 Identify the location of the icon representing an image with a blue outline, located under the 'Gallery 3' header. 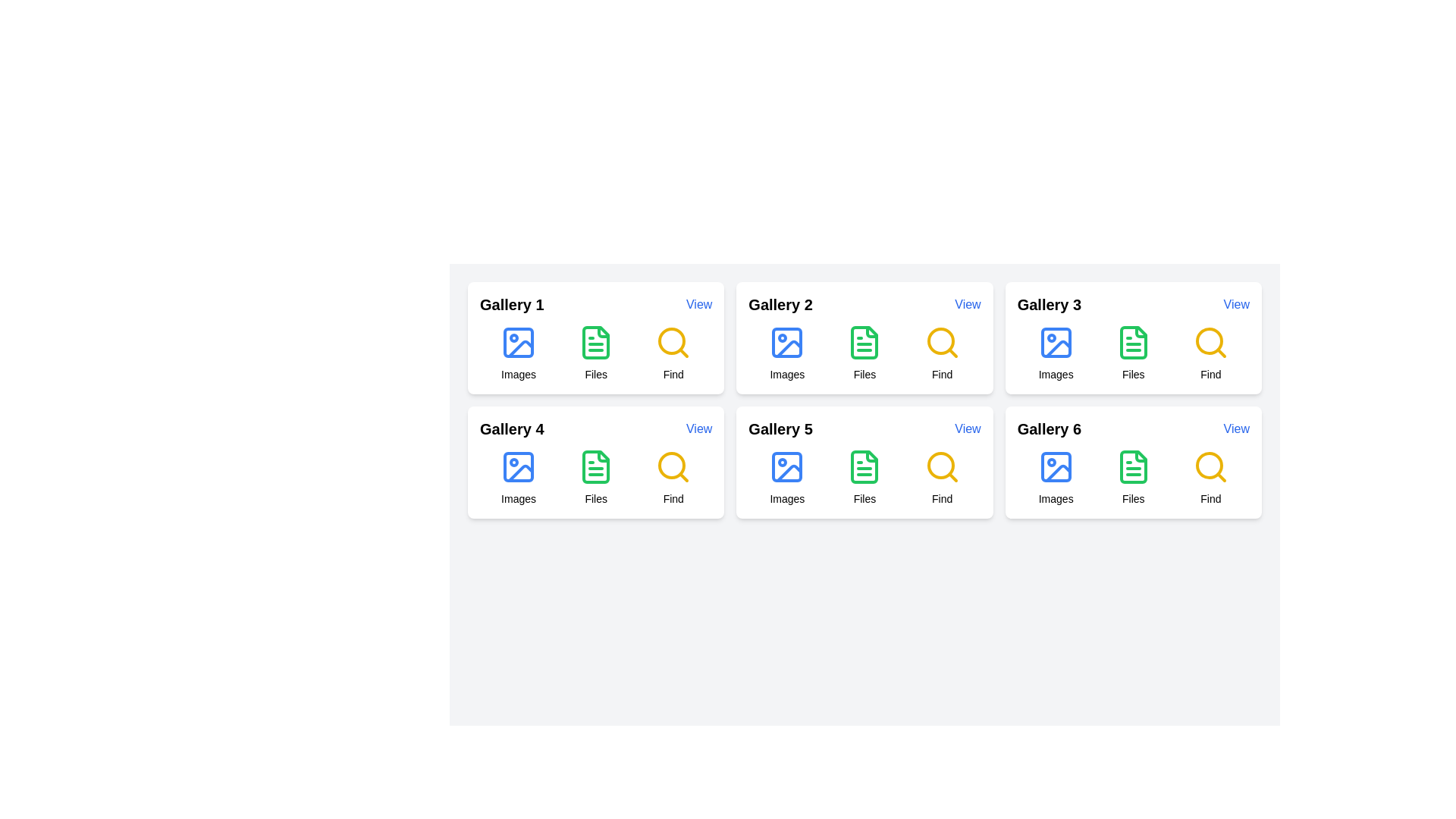
(1055, 342).